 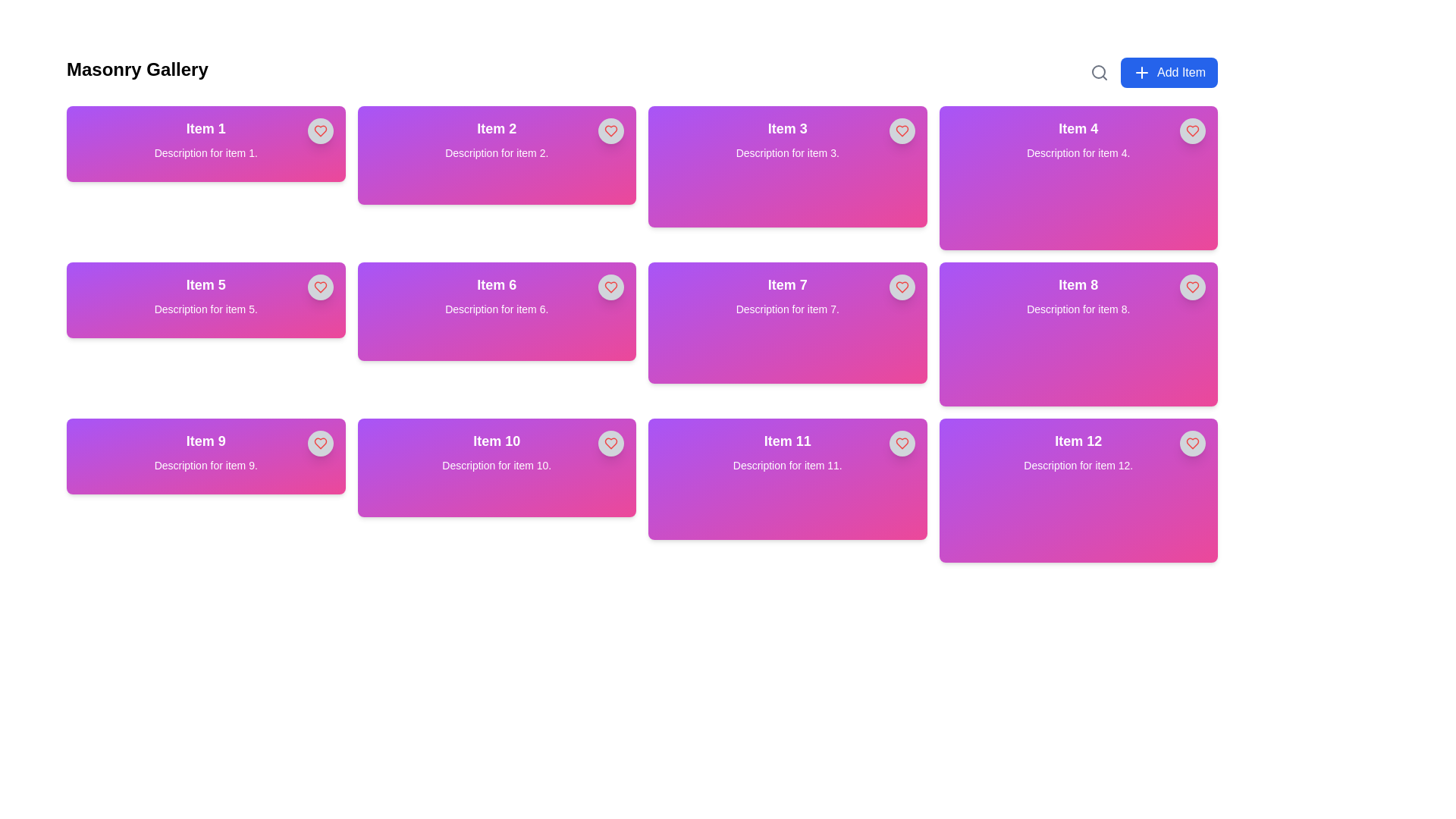 What do you see at coordinates (611, 130) in the screenshot?
I see `the heart icon in the top-right corner of the card labeled 'Item 2' to indicate a preference for the item` at bounding box center [611, 130].